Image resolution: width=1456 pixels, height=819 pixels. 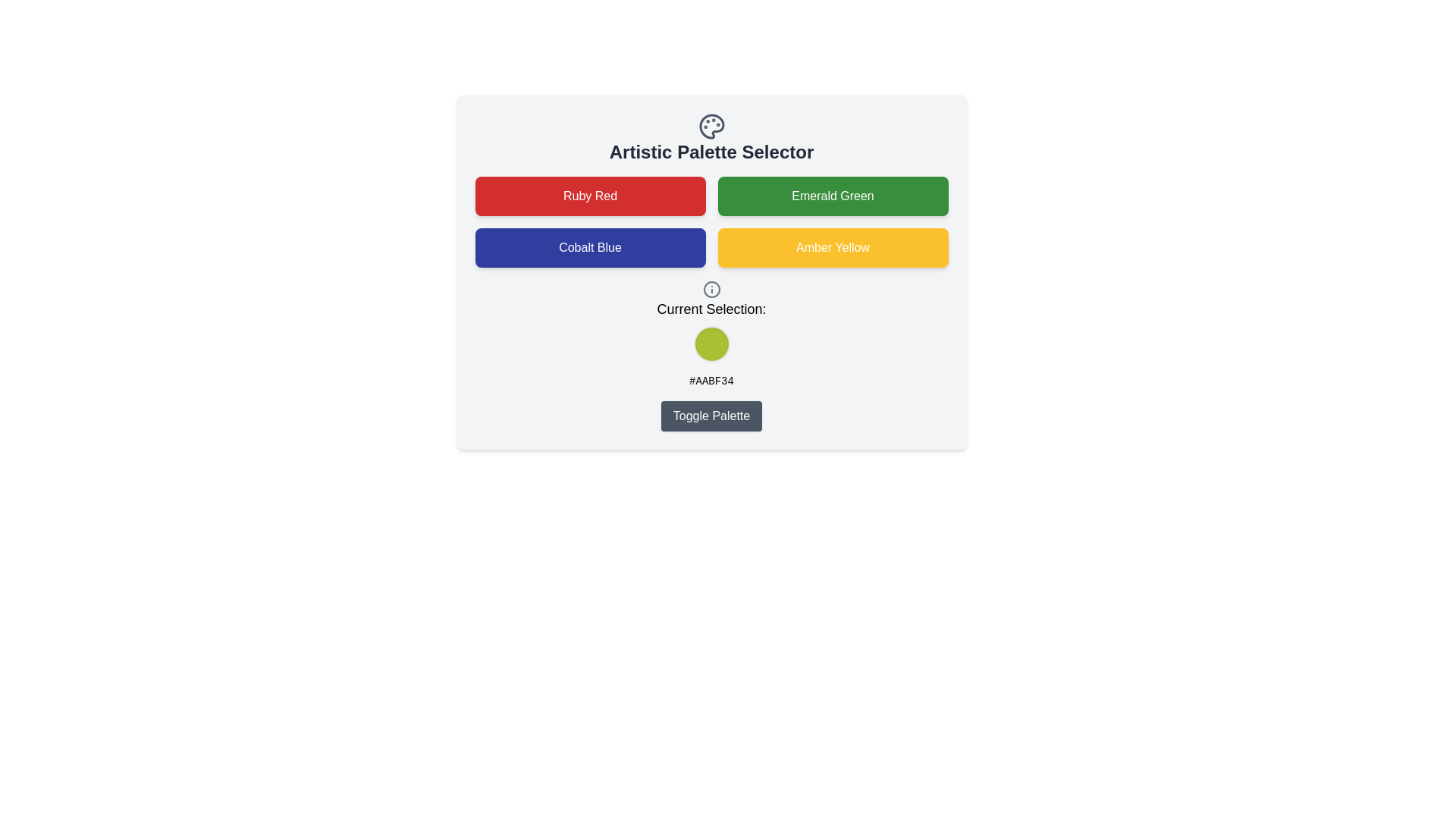 What do you see at coordinates (832, 247) in the screenshot?
I see `the button in the bottom-right corner of the grid` at bounding box center [832, 247].